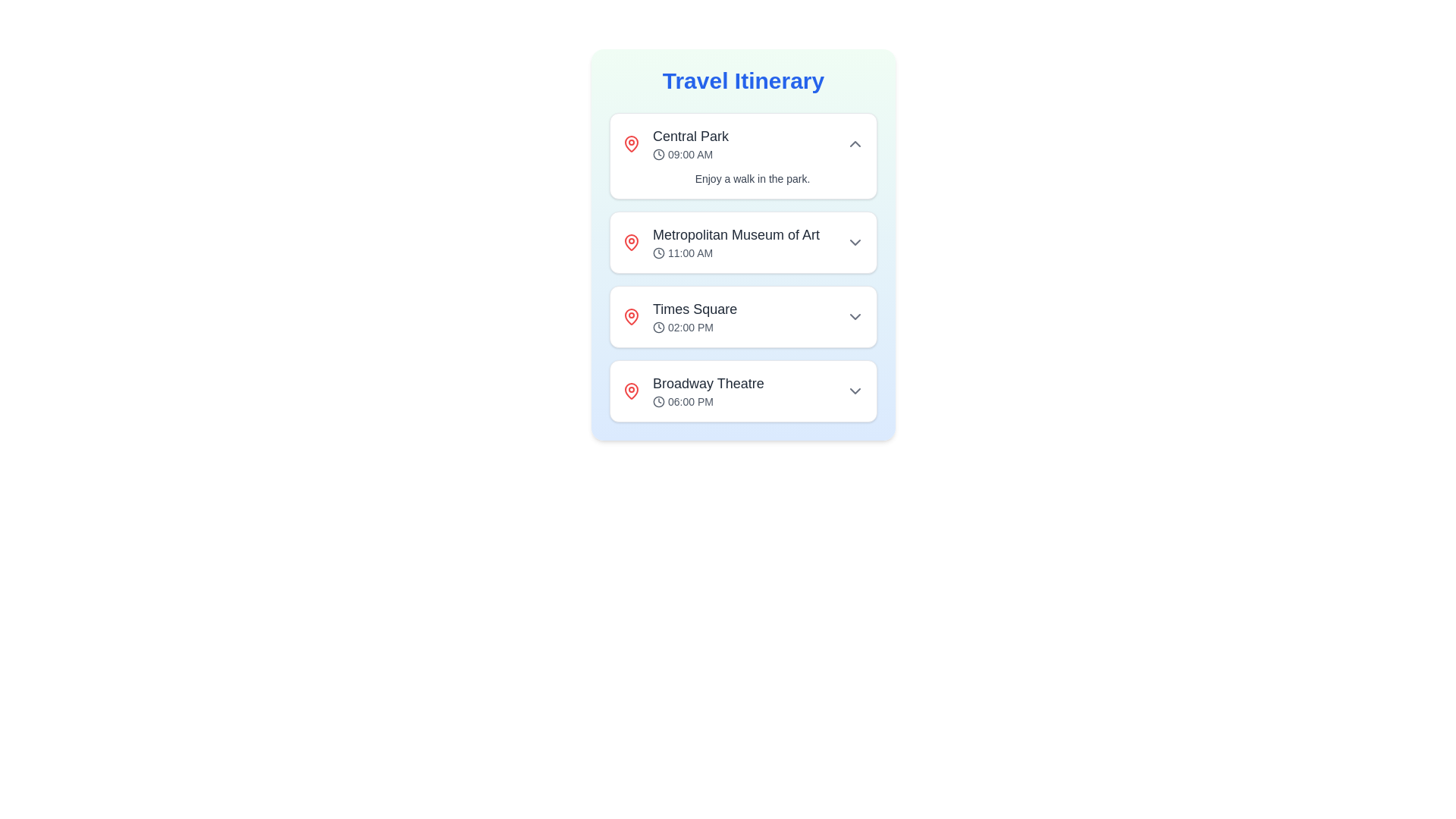  I want to click on the clock icon located to the immediate left of the text '02:00 PM' within the 'Times Square' entry in the list, so click(658, 327).